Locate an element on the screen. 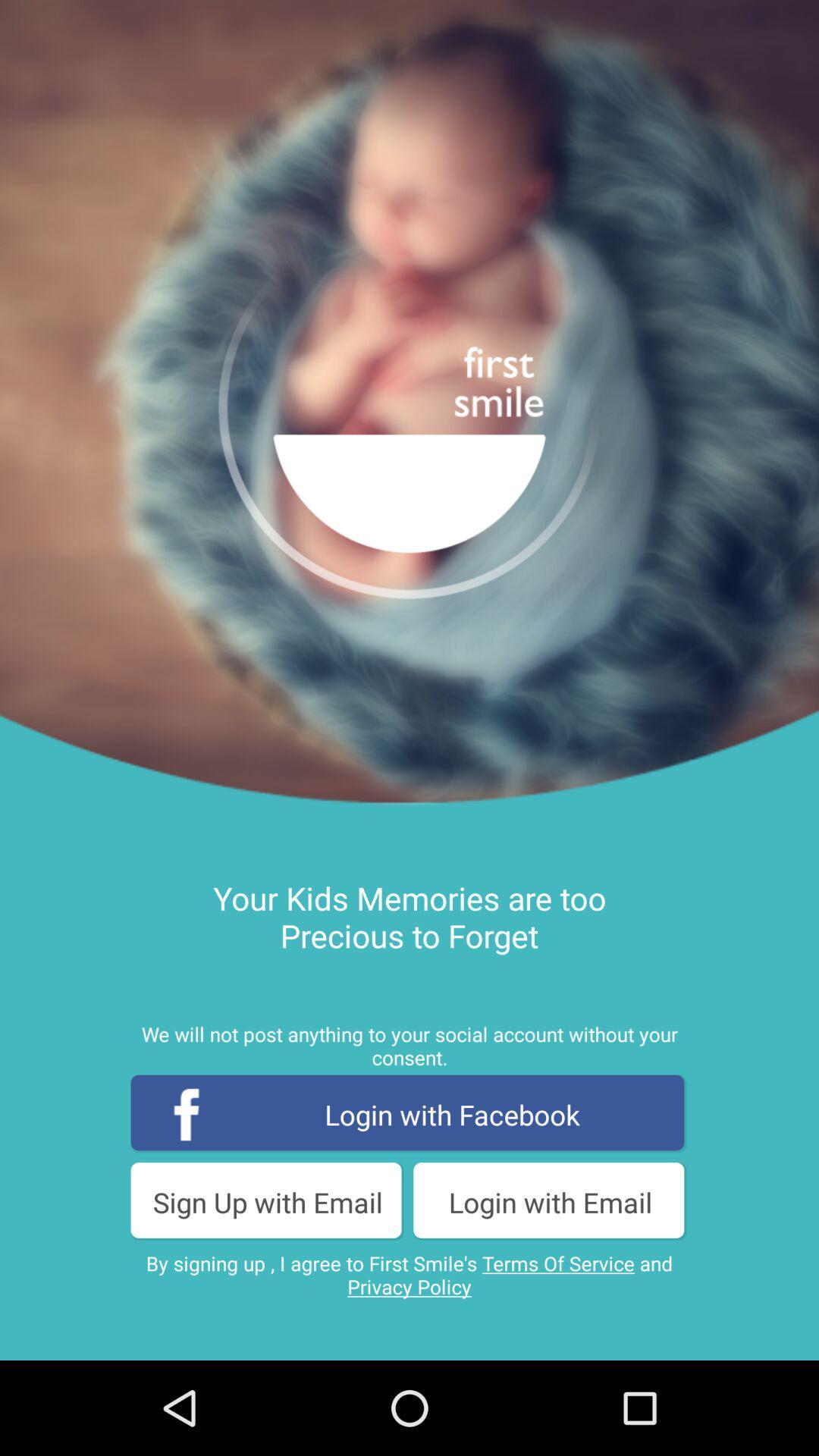 This screenshot has width=819, height=1456. item above the by signing up is located at coordinates (267, 1201).